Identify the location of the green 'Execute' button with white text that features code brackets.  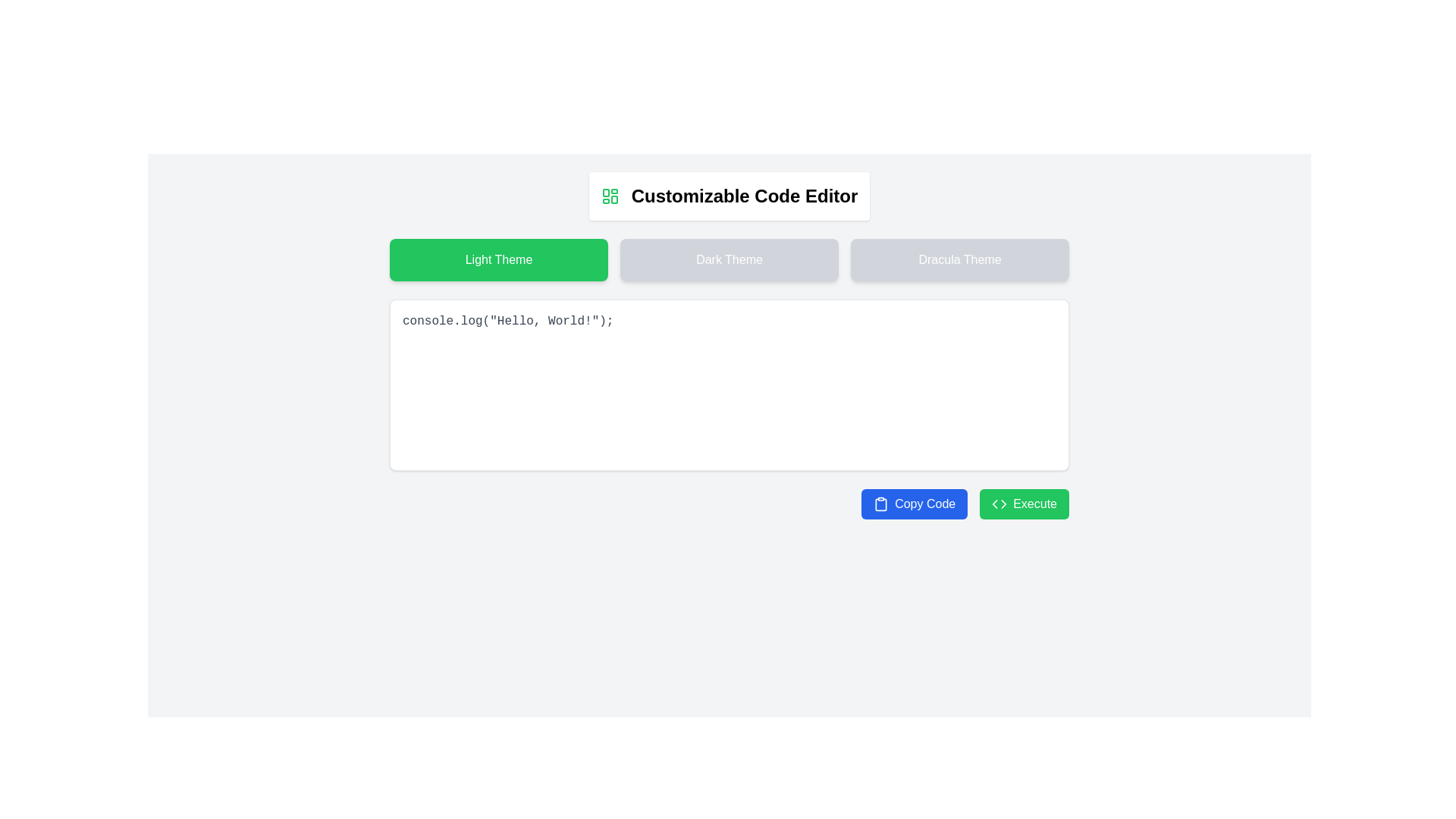
(1025, 504).